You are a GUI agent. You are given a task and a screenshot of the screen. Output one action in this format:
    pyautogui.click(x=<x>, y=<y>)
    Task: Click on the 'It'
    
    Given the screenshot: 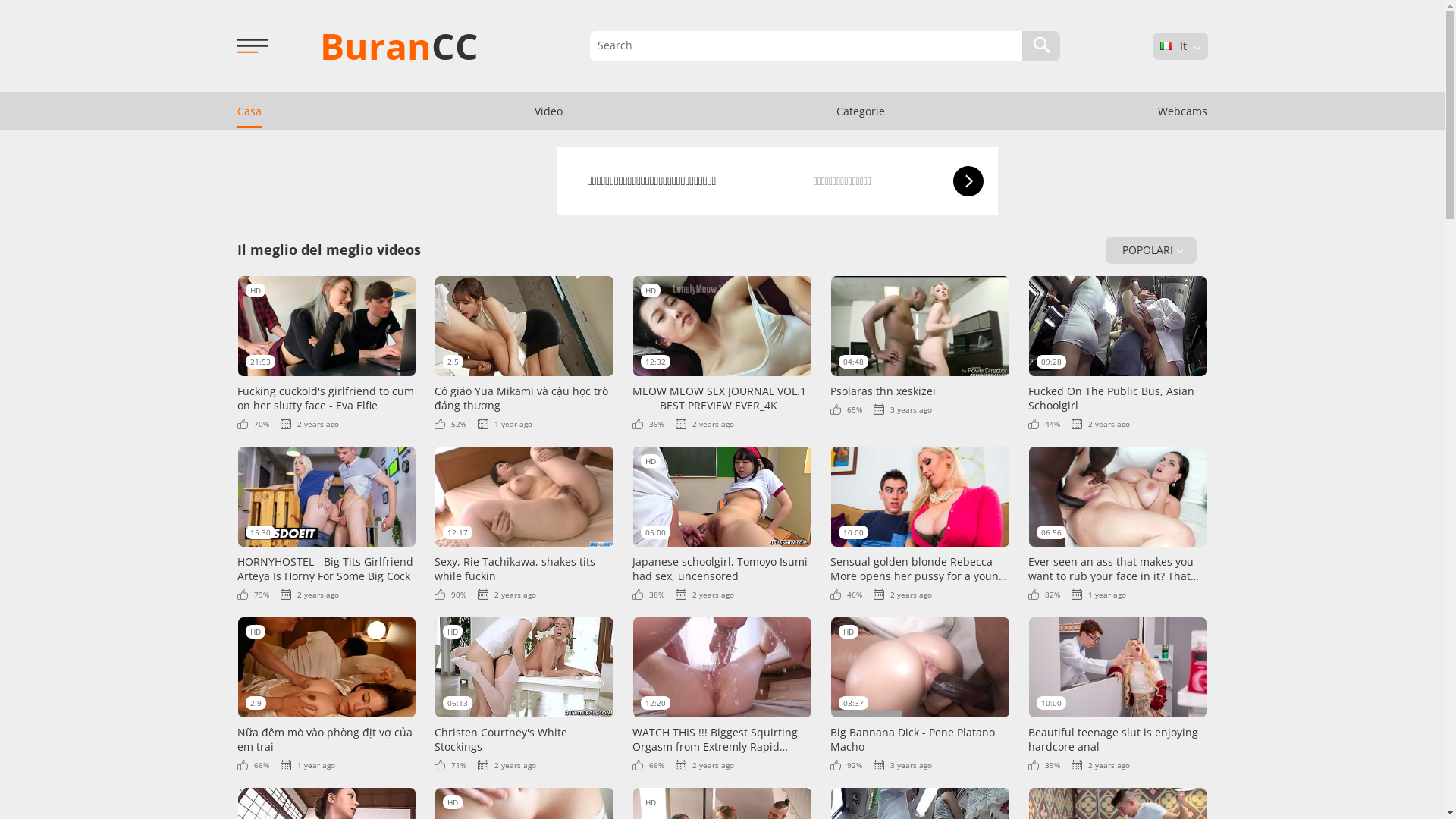 What is the action you would take?
    pyautogui.click(x=1165, y=45)
    